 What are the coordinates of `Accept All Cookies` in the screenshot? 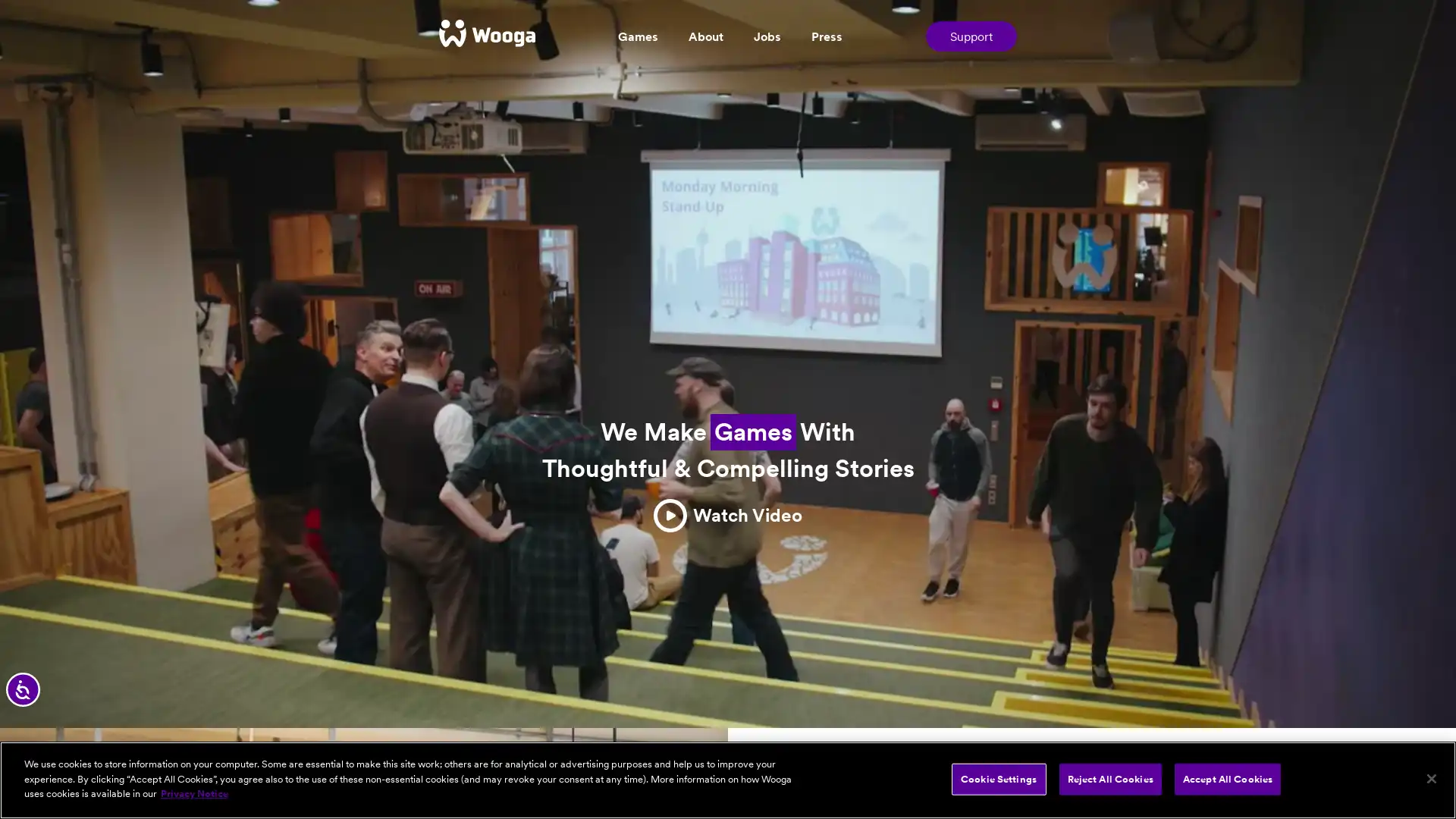 It's located at (1227, 778).